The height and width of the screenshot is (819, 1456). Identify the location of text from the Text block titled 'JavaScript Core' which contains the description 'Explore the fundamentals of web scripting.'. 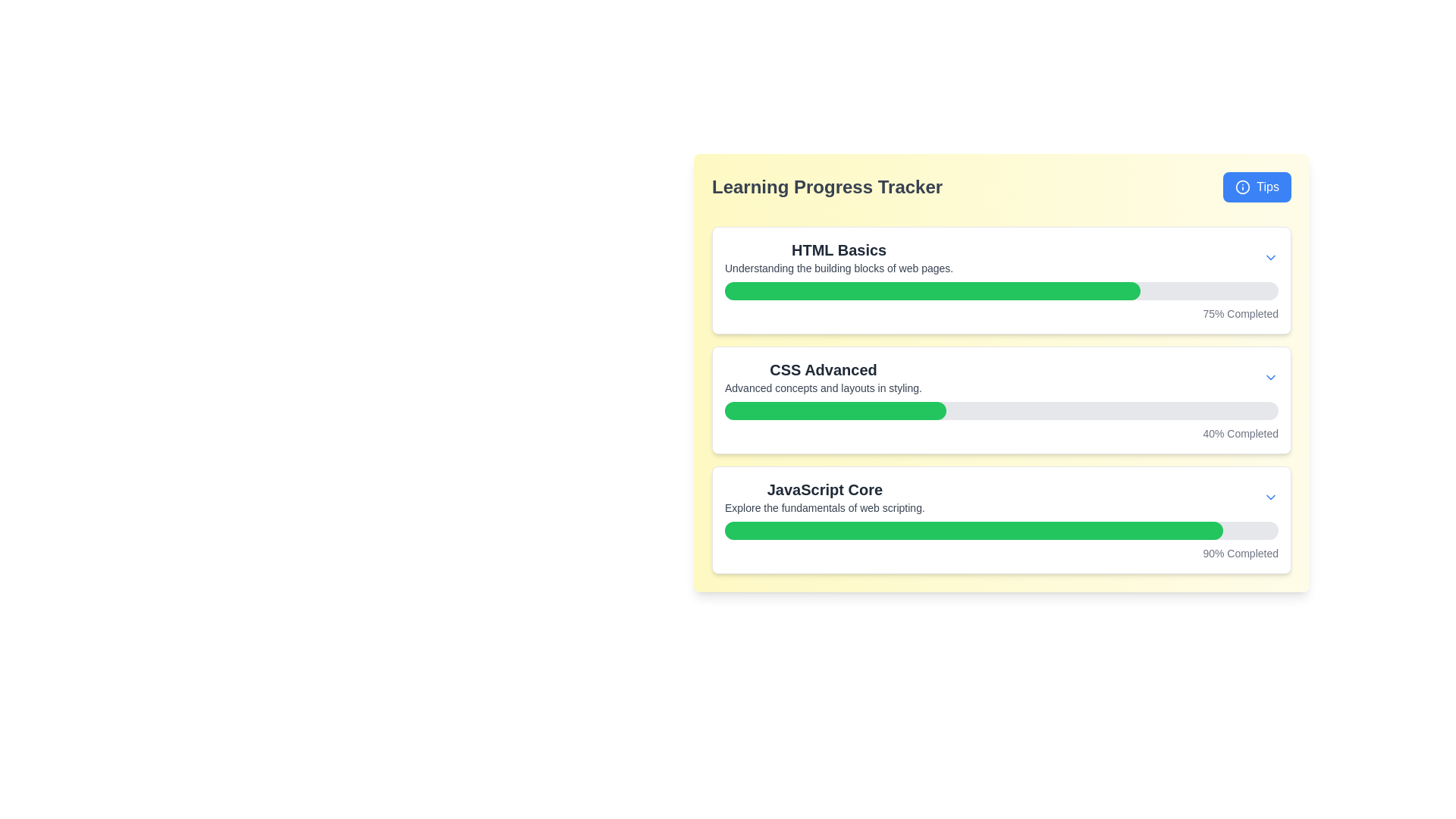
(824, 497).